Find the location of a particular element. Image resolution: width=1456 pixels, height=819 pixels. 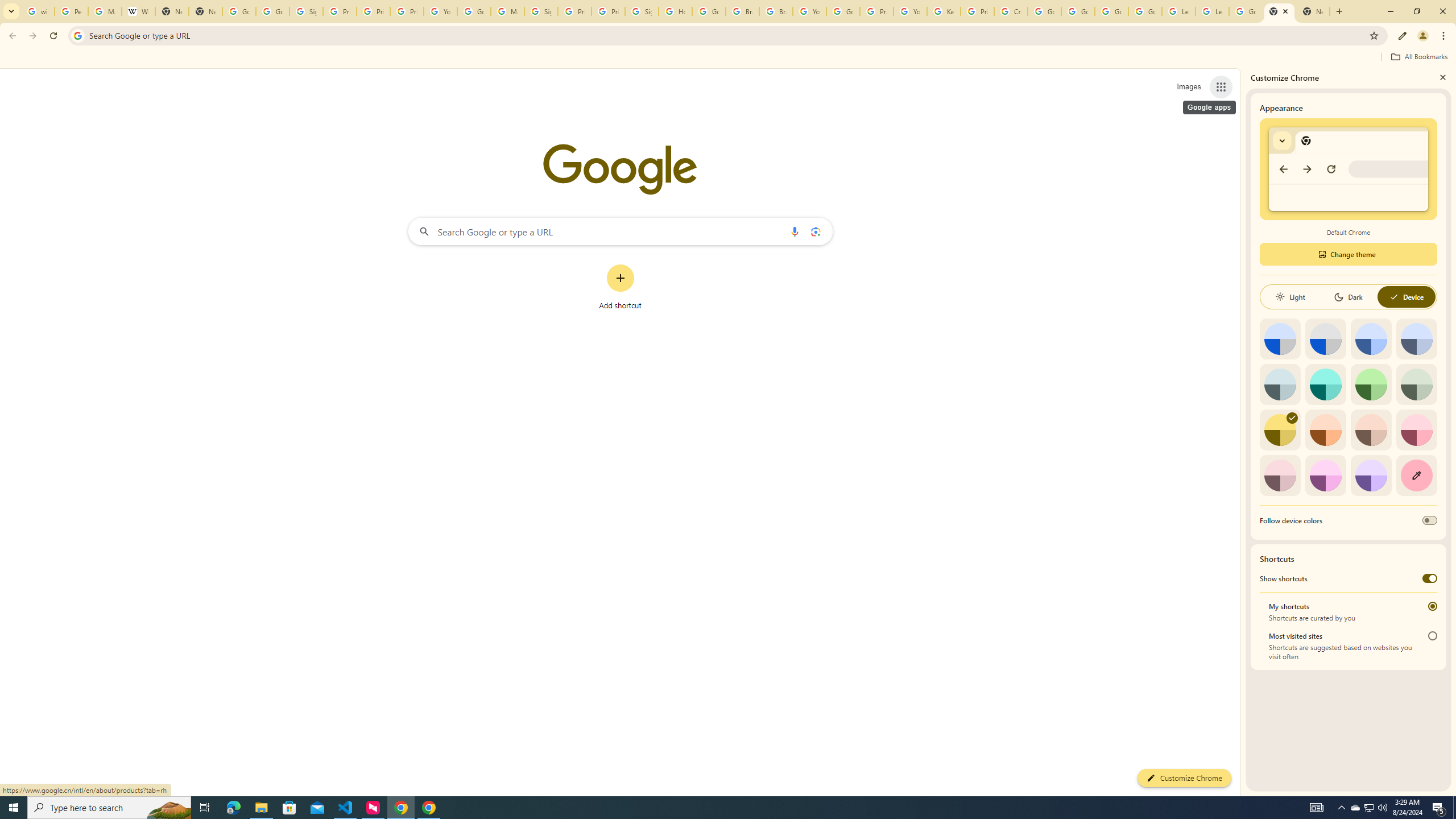

'Aqua' is located at coordinates (1325, 383).